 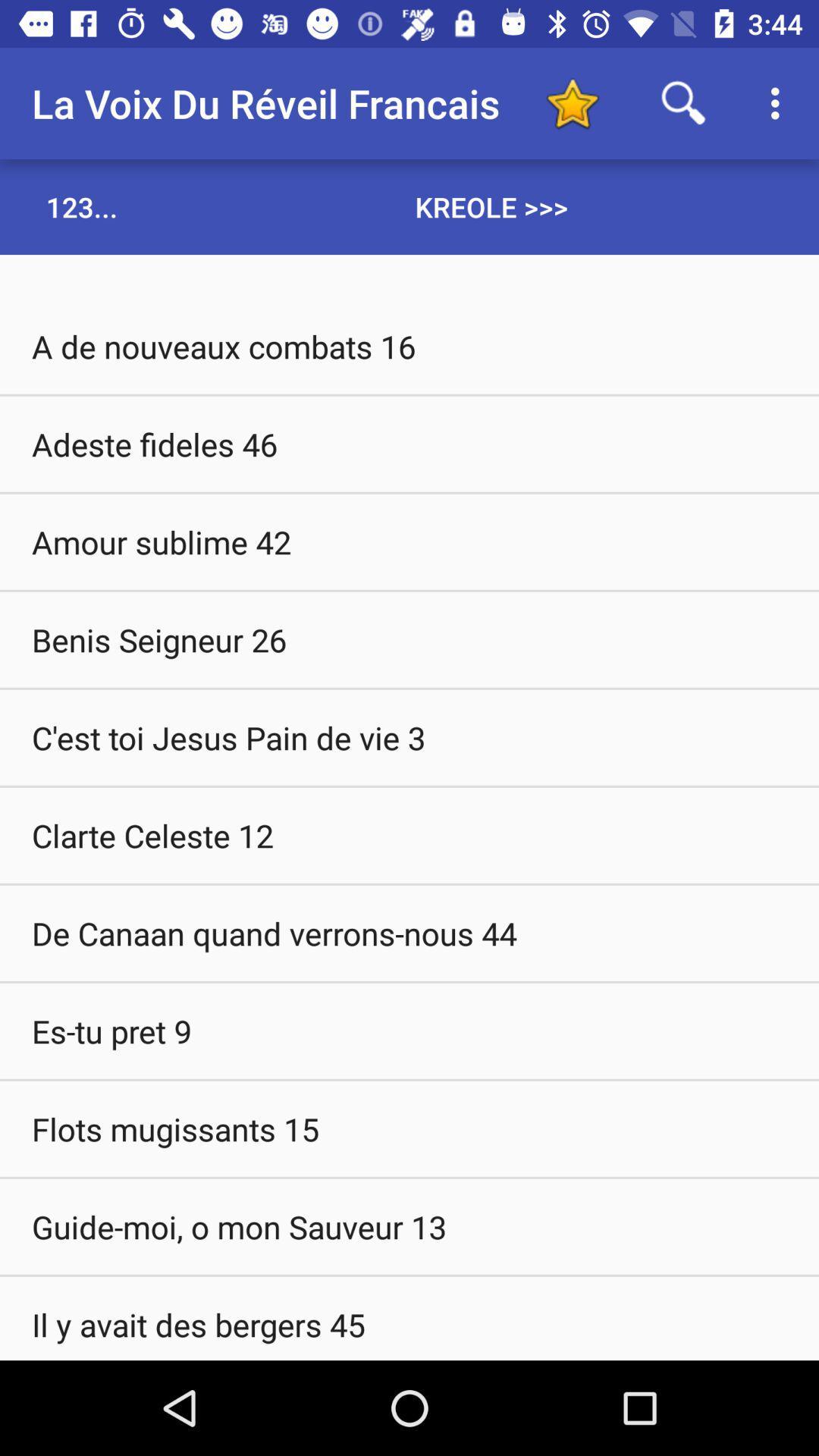 I want to click on the icon below adeste fideles 46, so click(x=409, y=541).